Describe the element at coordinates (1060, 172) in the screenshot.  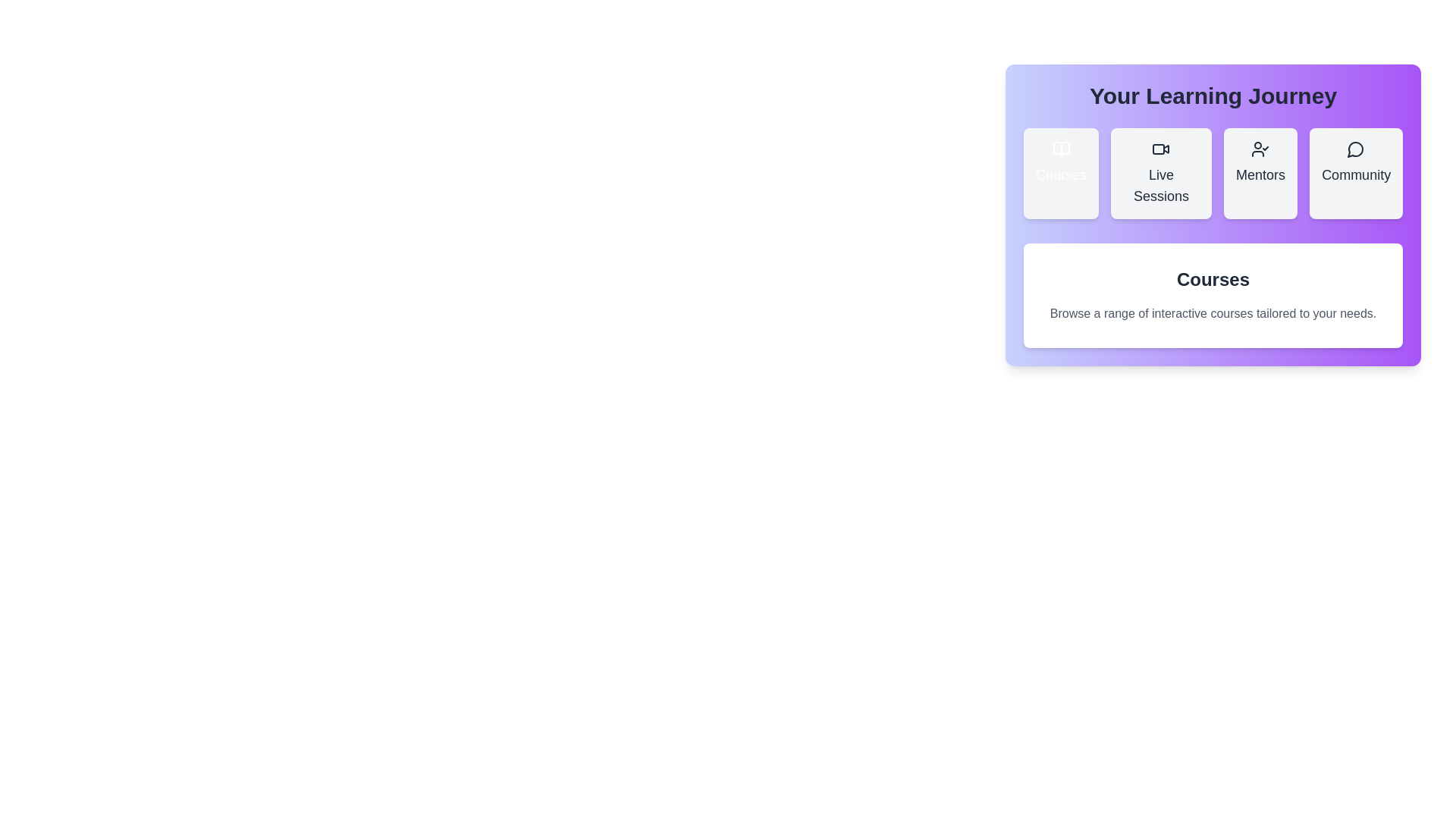
I see `the Courses tab` at that location.